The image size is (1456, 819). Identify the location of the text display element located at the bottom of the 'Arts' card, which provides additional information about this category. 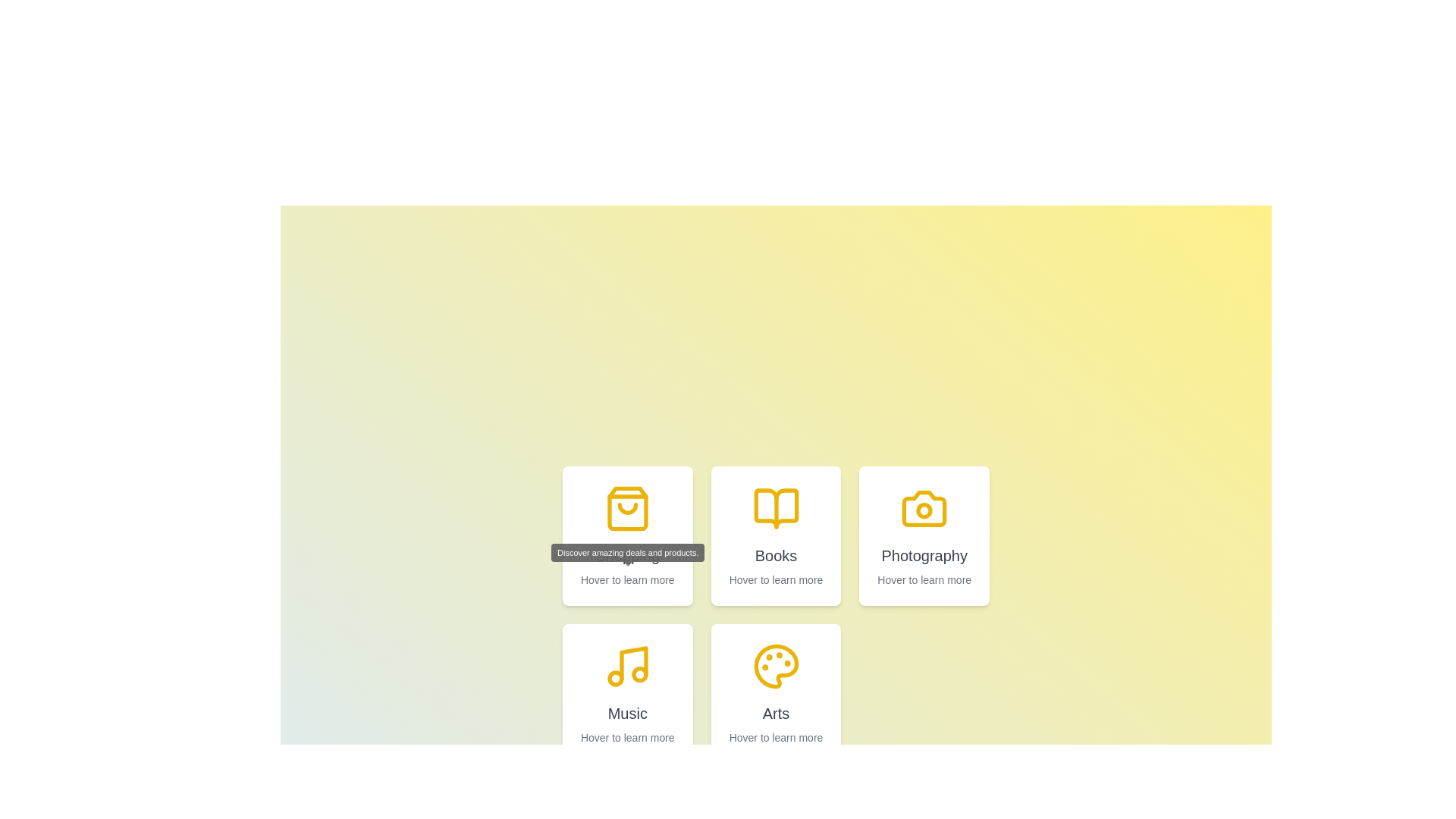
(776, 736).